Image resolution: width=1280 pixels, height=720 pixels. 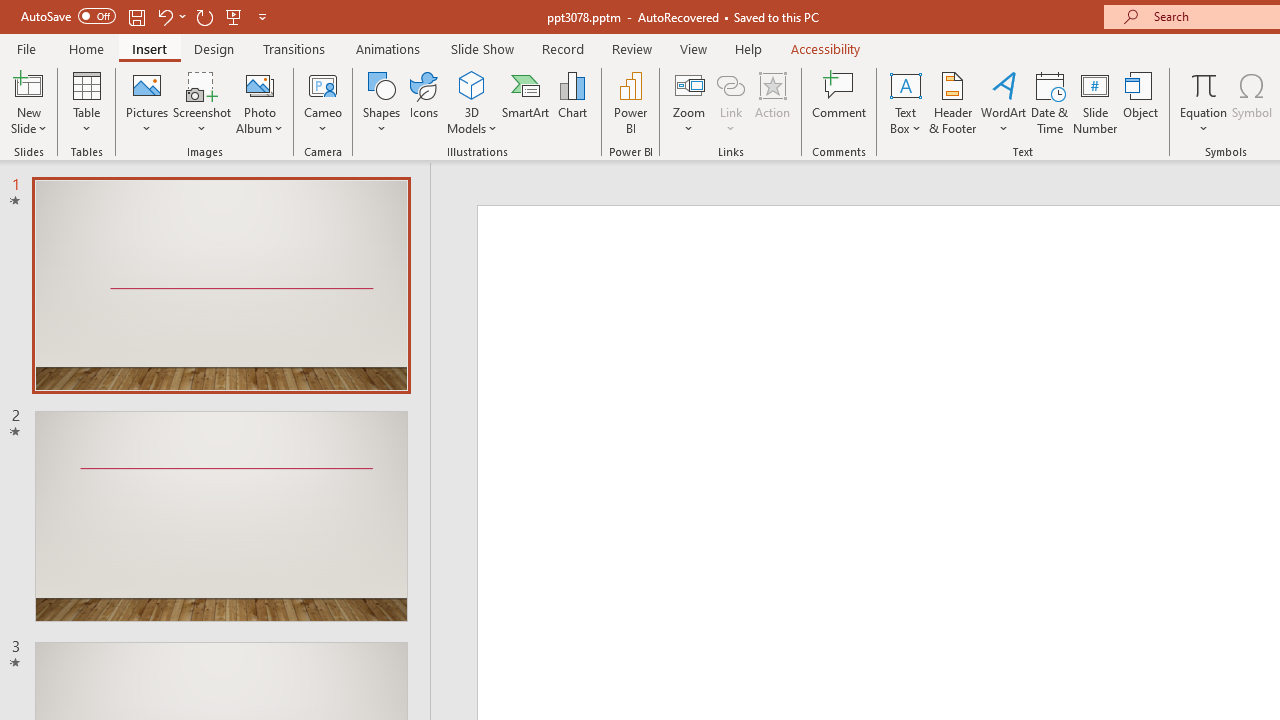 What do you see at coordinates (951, 103) in the screenshot?
I see `'Header & Footer...'` at bounding box center [951, 103].